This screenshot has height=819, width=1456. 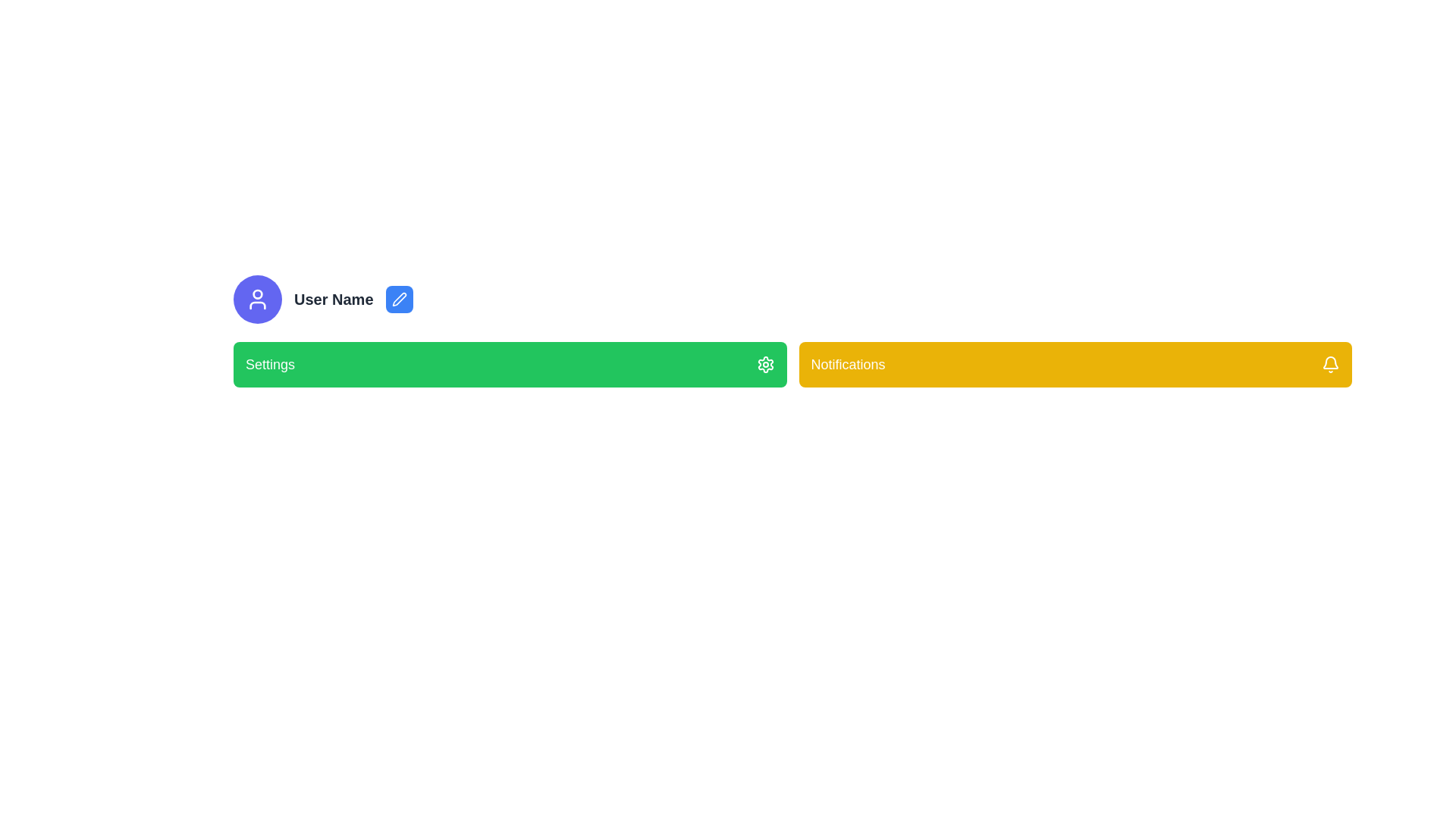 I want to click on the button located to the immediate right of the text 'User Name', so click(x=399, y=299).